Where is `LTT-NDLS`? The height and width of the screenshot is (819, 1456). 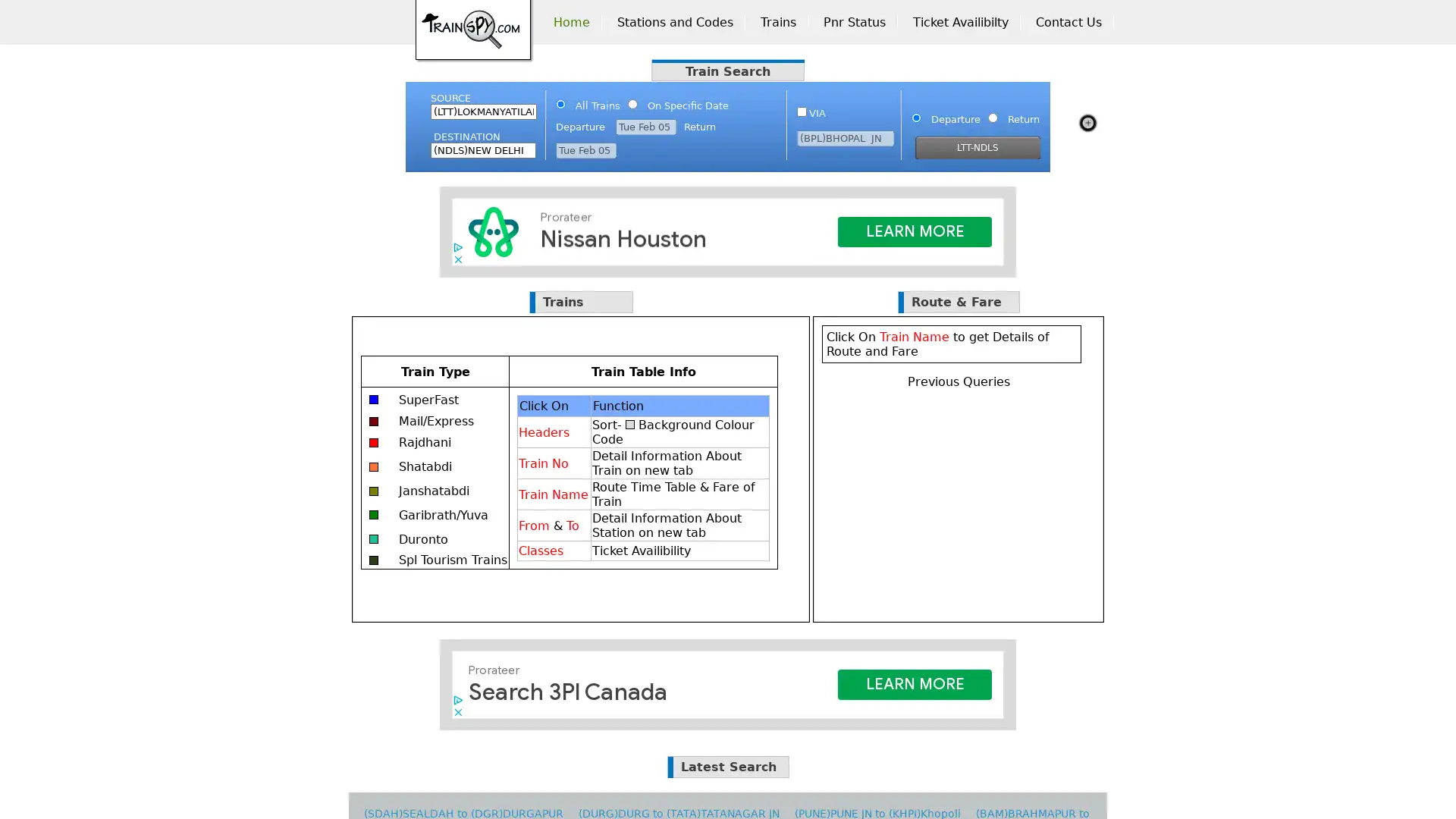 LTT-NDLS is located at coordinates (977, 148).